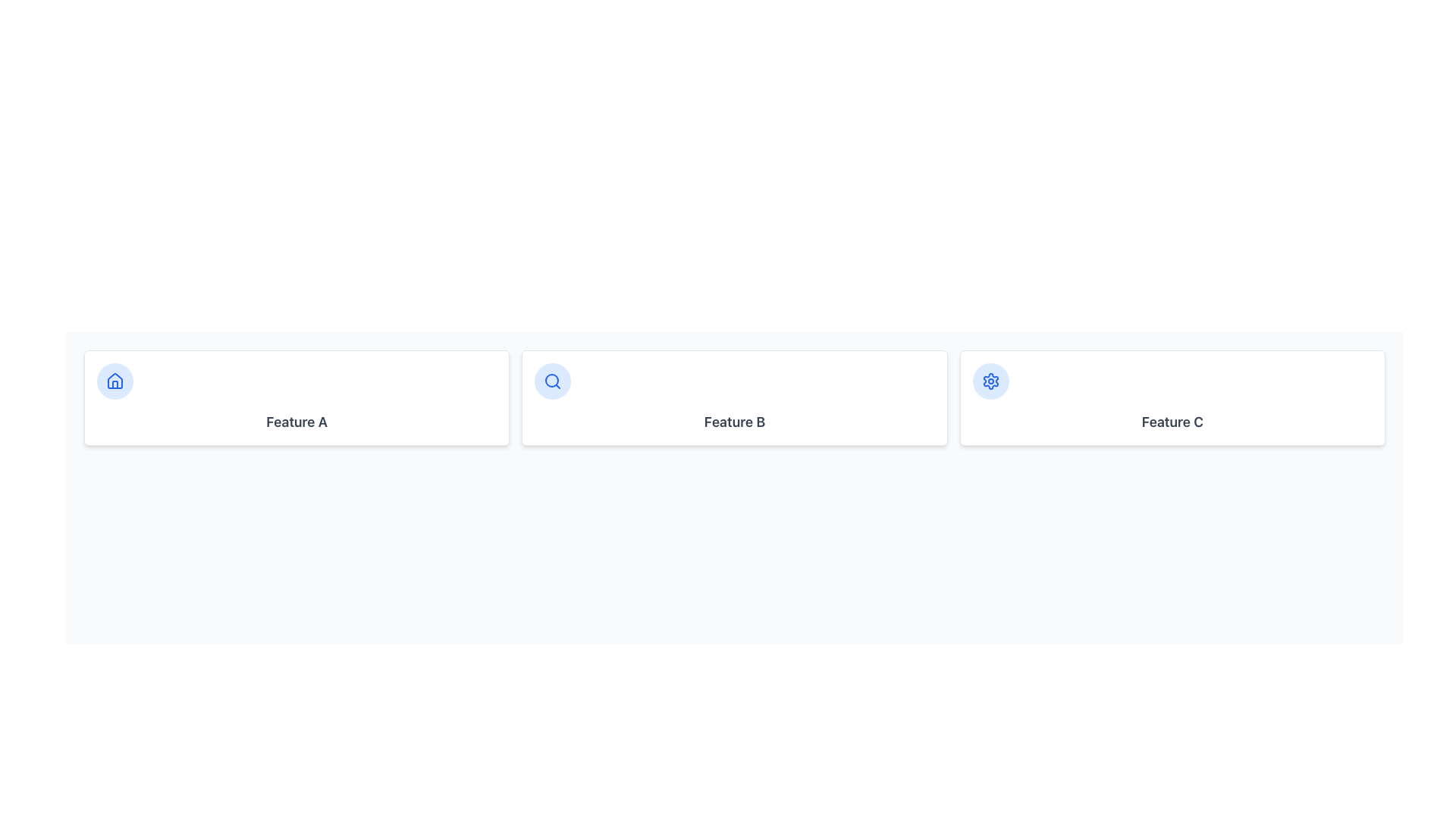  What do you see at coordinates (990, 380) in the screenshot?
I see `the settings icon, which resembles a gear and is located within the 'Feature C' panel on the right side of the interface` at bounding box center [990, 380].